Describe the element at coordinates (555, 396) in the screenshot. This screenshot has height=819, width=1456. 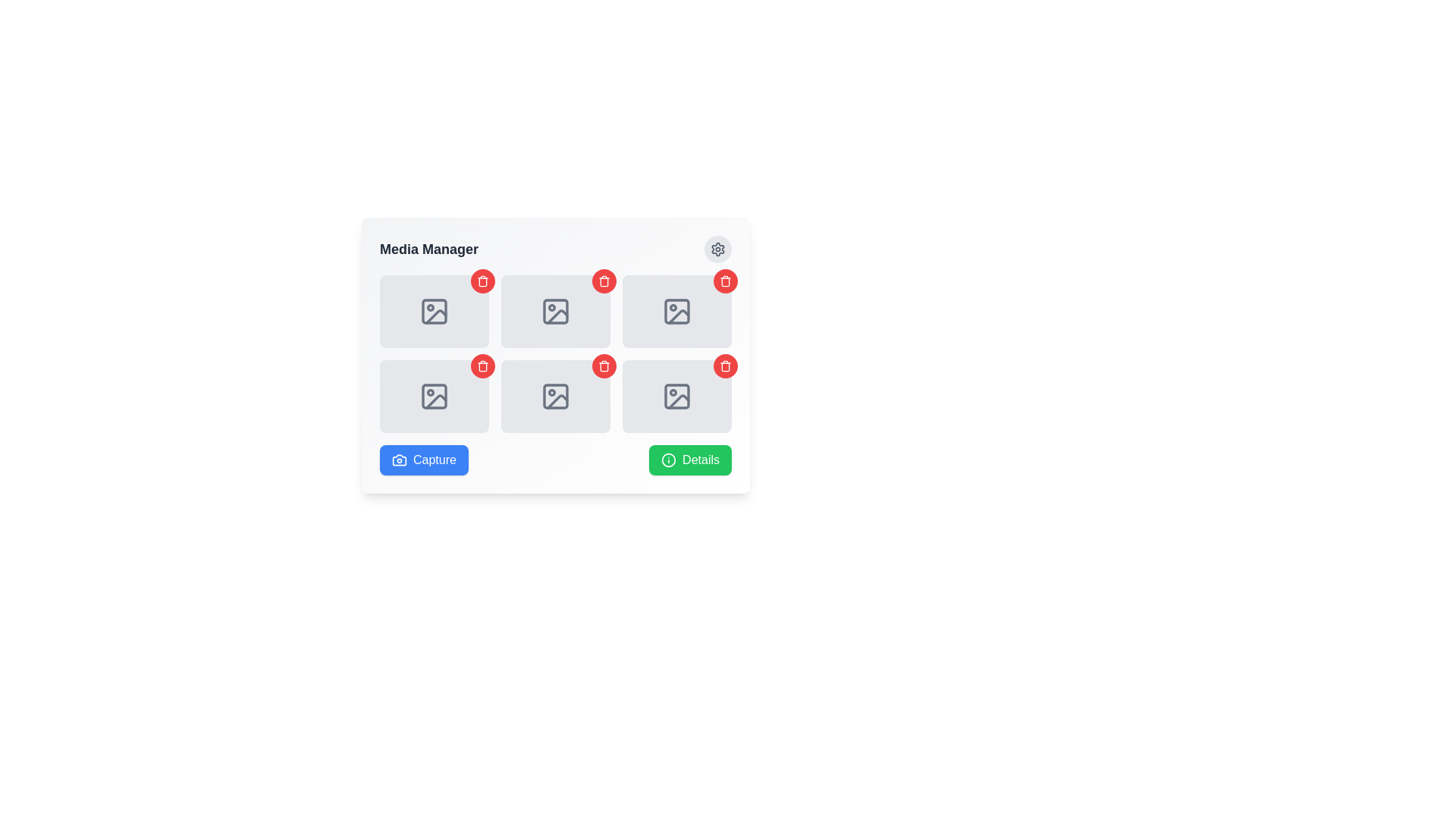
I see `the gray background button with a picture frame icon in the second row, second column of the grid` at that location.